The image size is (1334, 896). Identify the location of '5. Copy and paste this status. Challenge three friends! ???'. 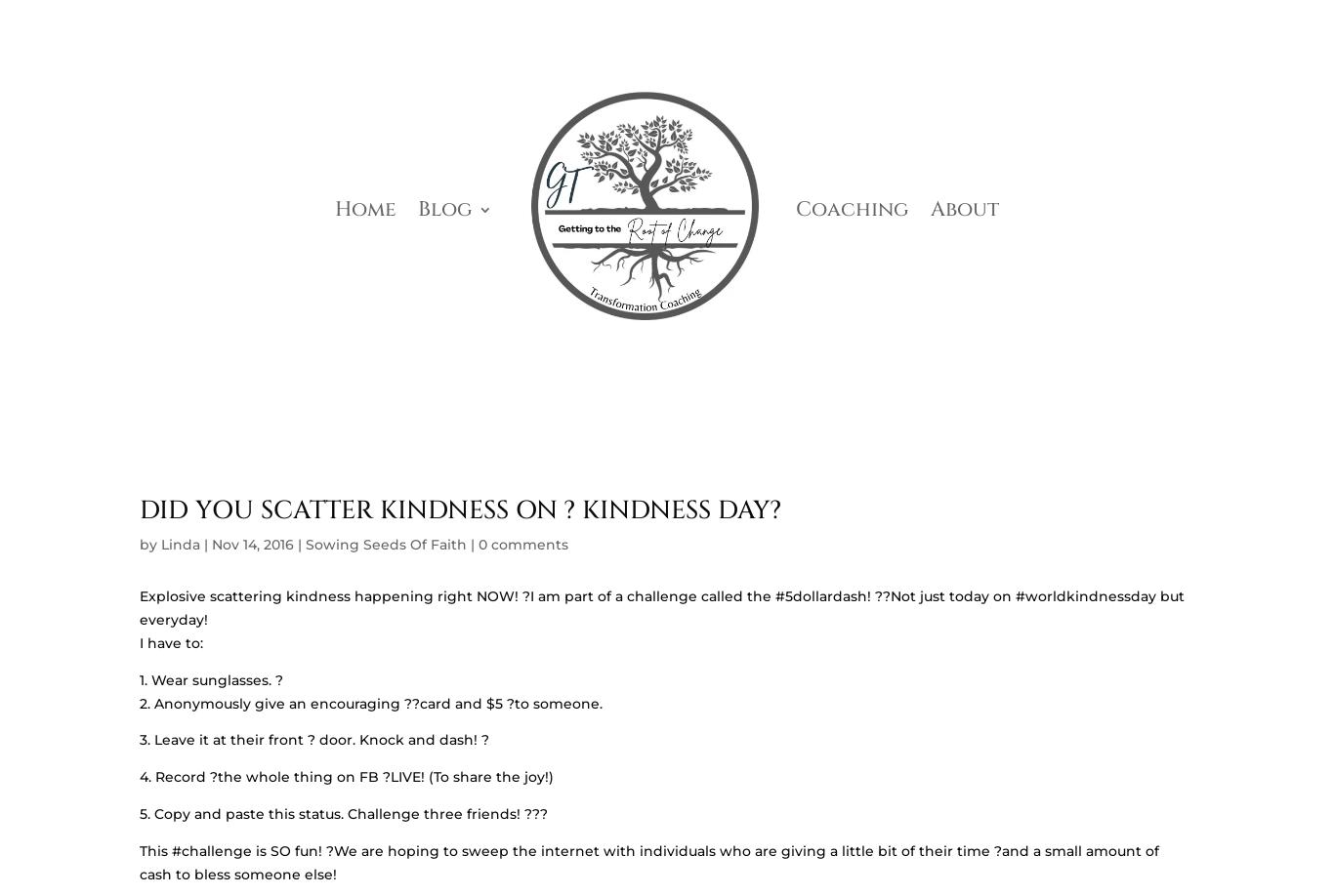
(343, 812).